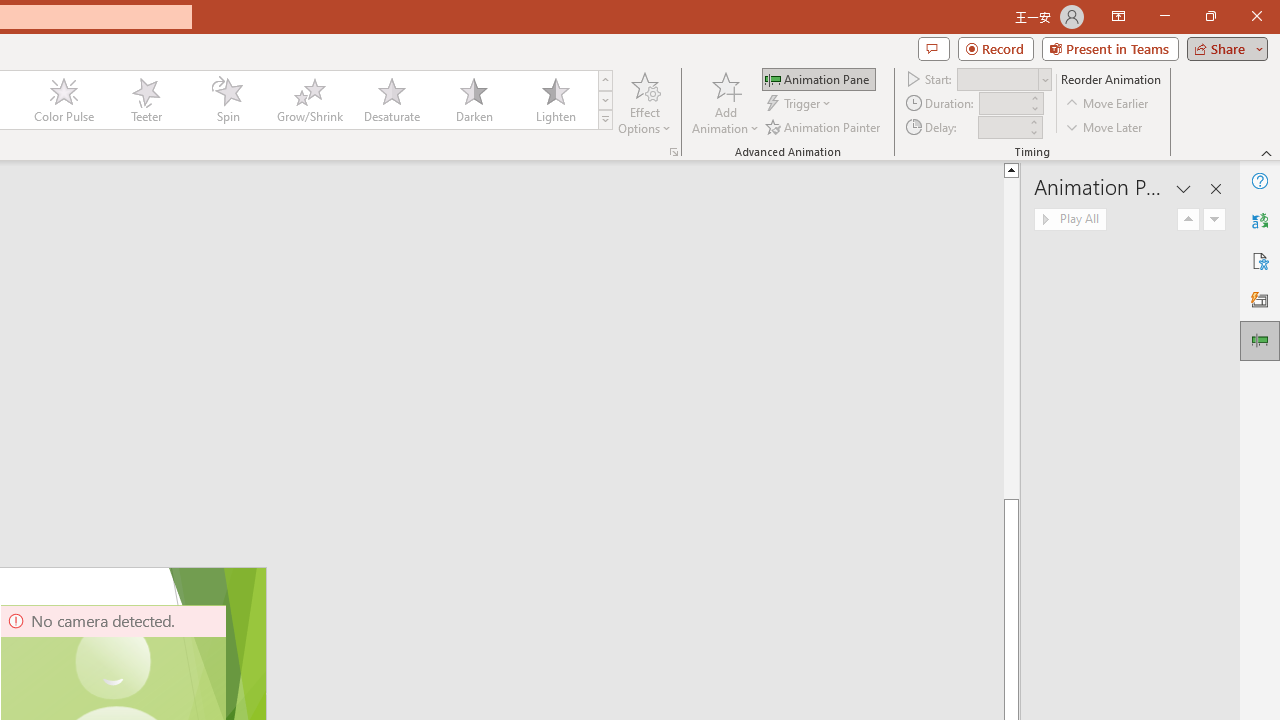 This screenshot has height=720, width=1280. What do you see at coordinates (308, 100) in the screenshot?
I see `'Grow/Shrink'` at bounding box center [308, 100].